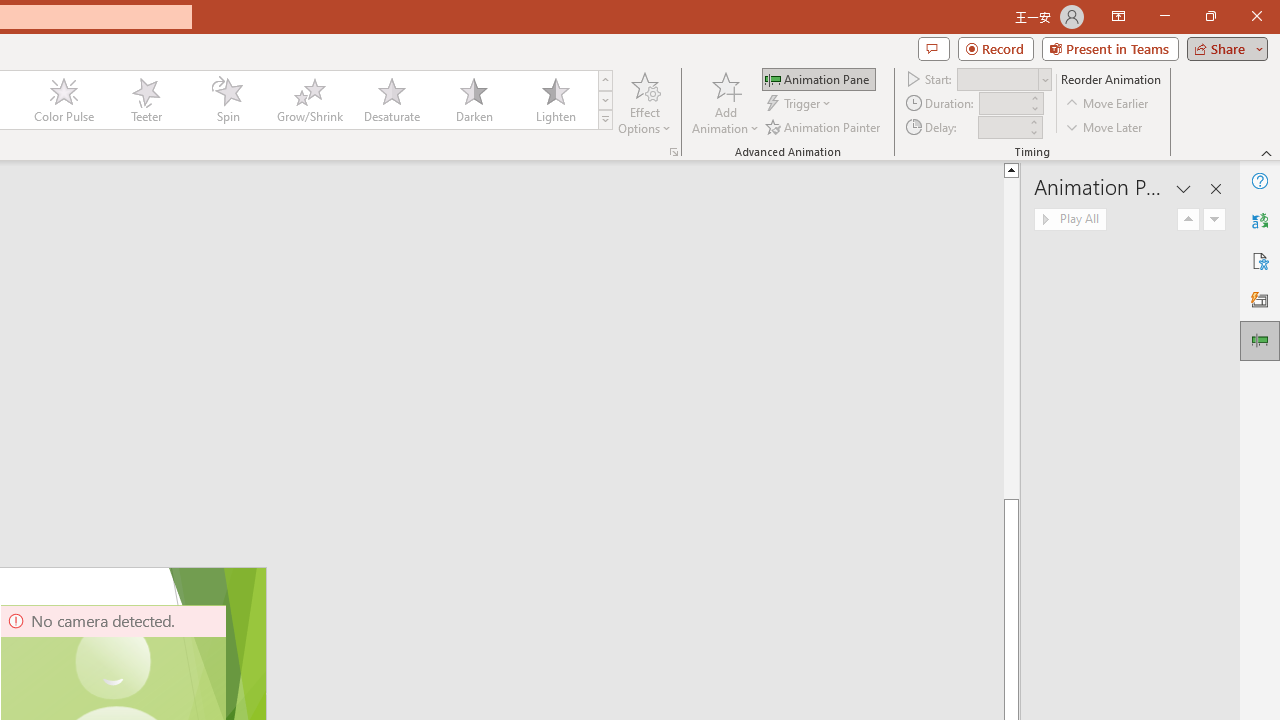 This screenshot has height=720, width=1280. What do you see at coordinates (308, 100) in the screenshot?
I see `'Grow/Shrink'` at bounding box center [308, 100].